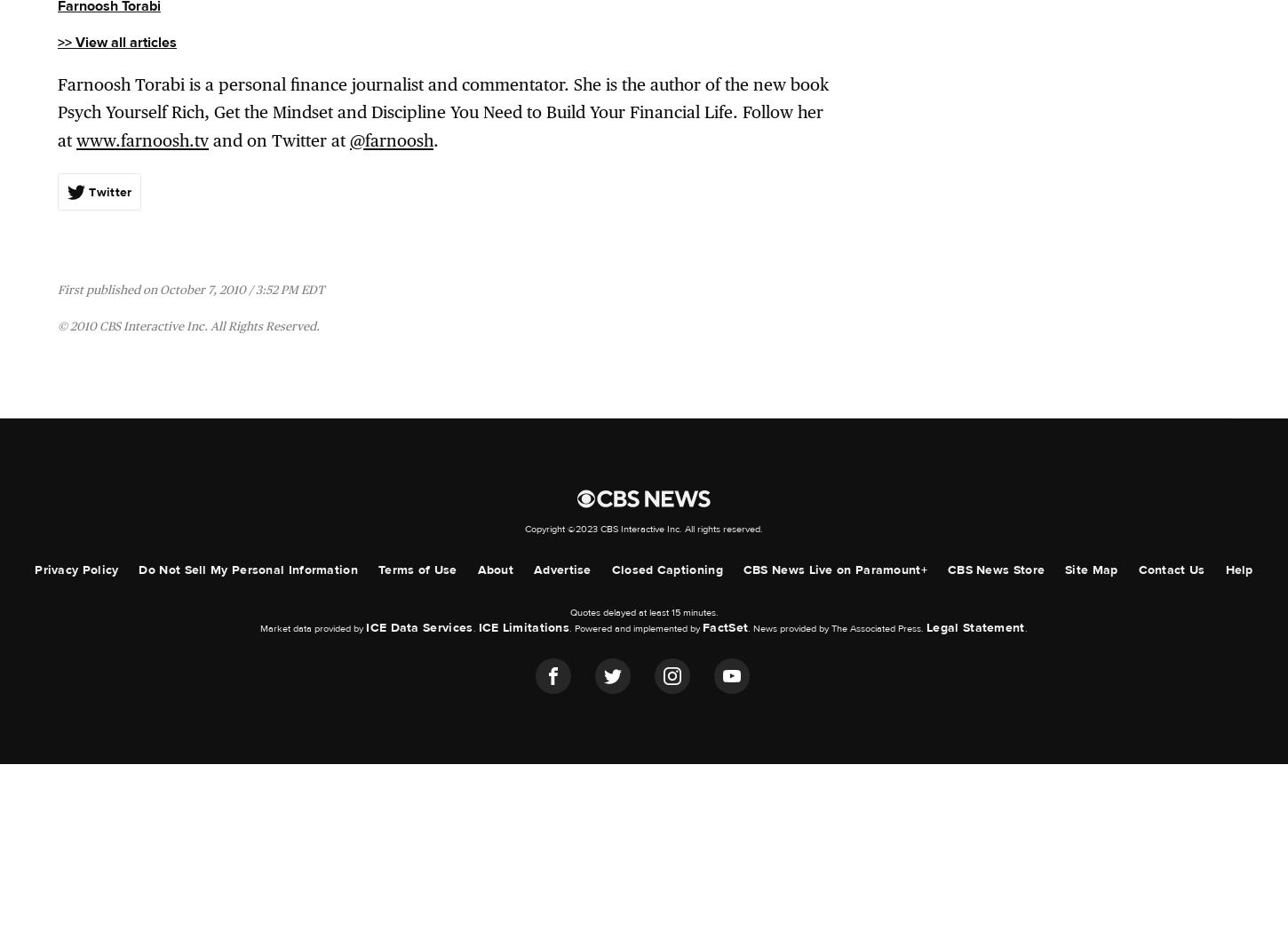 The width and height of the screenshot is (1288, 940). I want to click on '. Powered and implemented by', so click(635, 627).